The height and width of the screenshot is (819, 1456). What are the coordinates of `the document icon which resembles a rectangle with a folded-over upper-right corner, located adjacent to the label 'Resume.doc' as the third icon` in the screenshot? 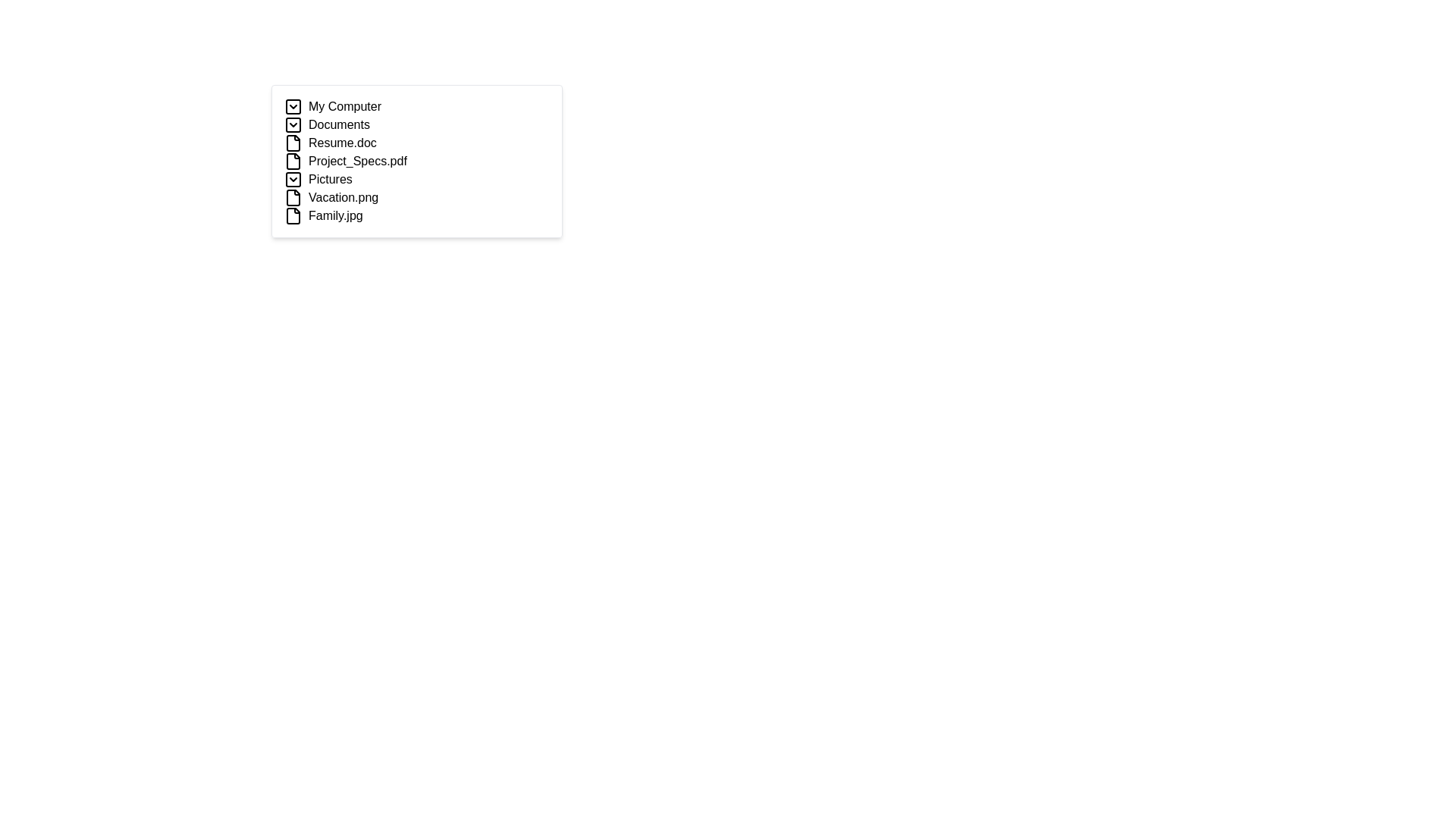 It's located at (293, 143).